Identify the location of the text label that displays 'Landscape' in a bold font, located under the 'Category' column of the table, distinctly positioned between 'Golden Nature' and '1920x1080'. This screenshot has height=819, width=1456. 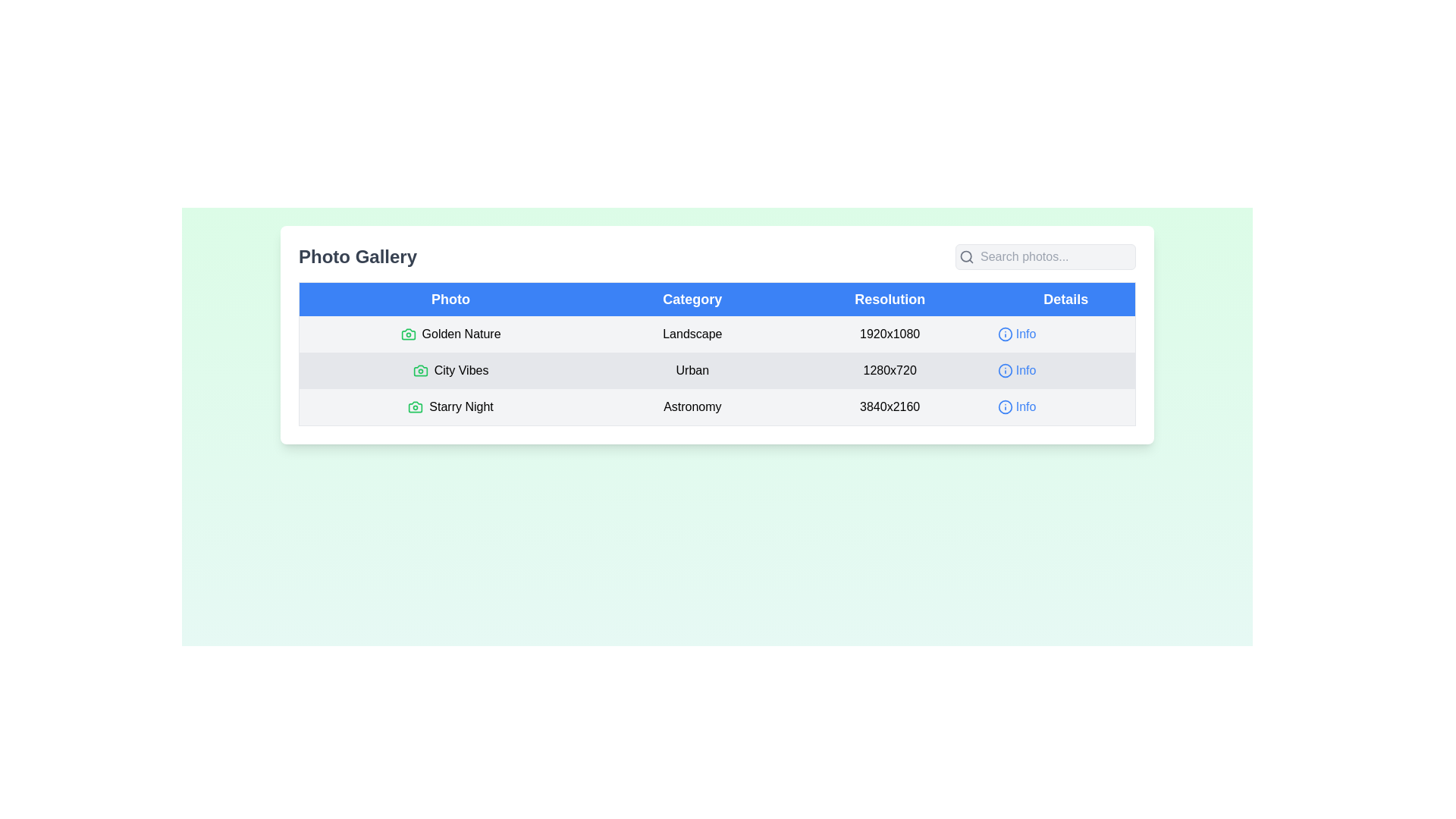
(692, 333).